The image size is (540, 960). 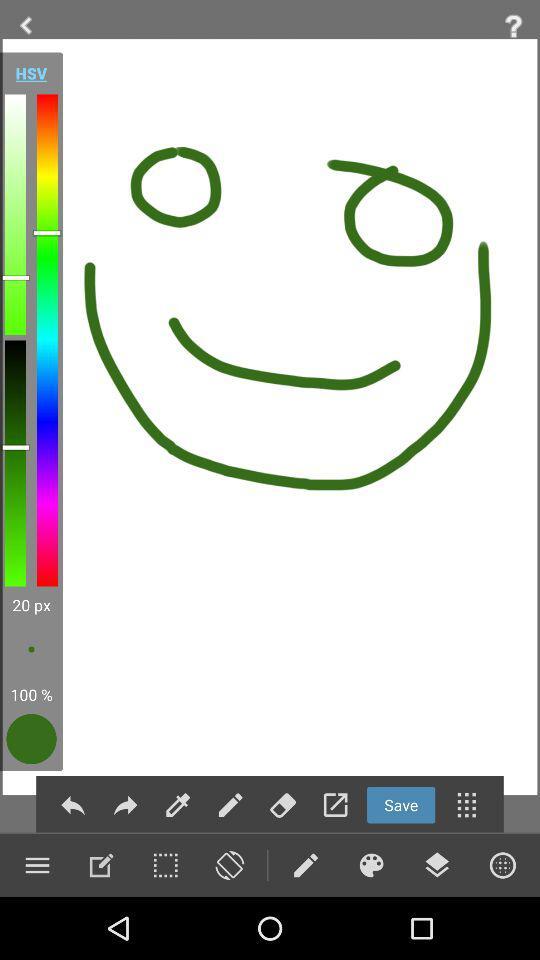 I want to click on screen shot option, so click(x=228, y=864).